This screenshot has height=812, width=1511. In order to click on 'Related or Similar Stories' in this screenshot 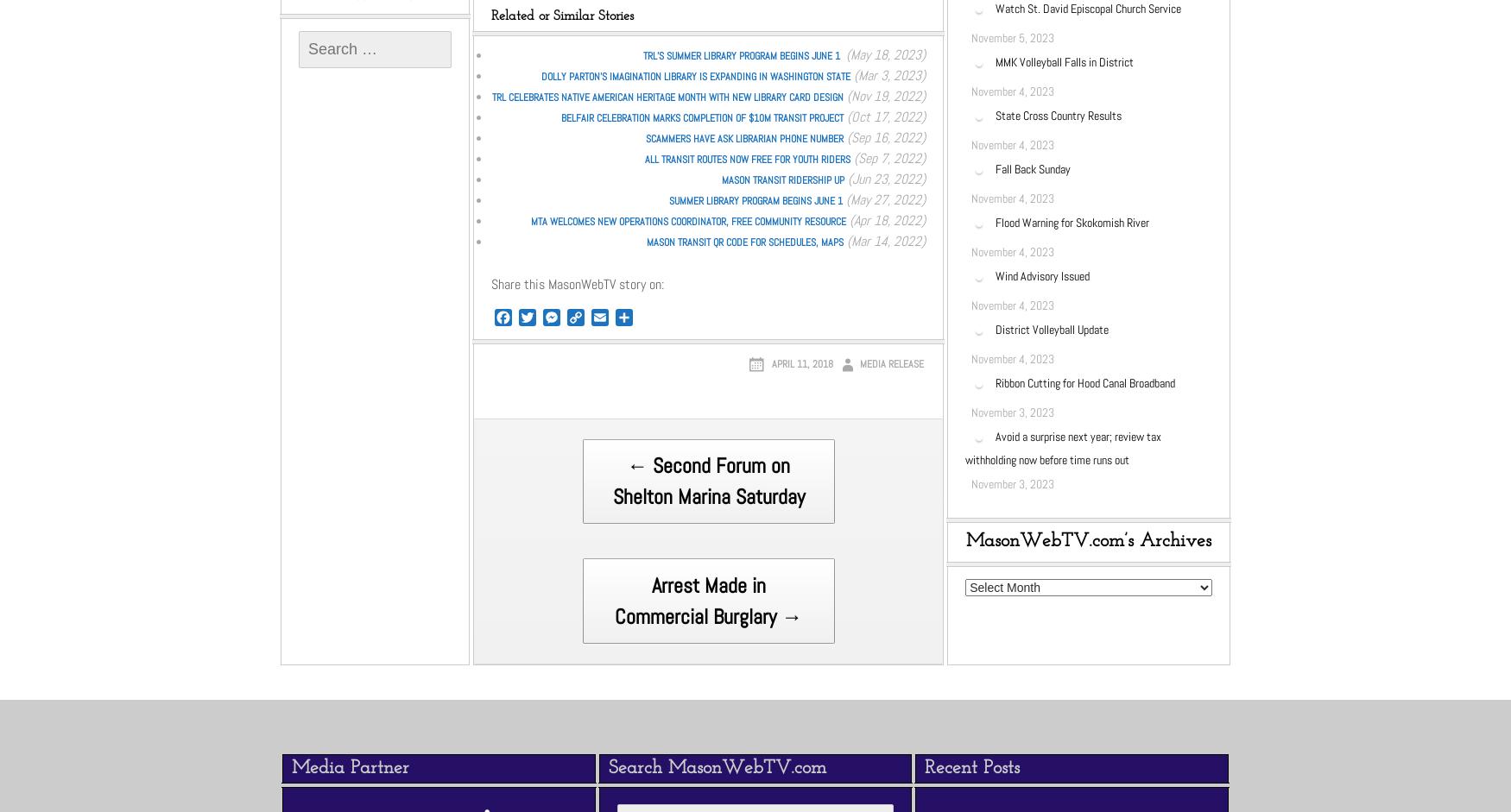, I will do `click(561, 15)`.